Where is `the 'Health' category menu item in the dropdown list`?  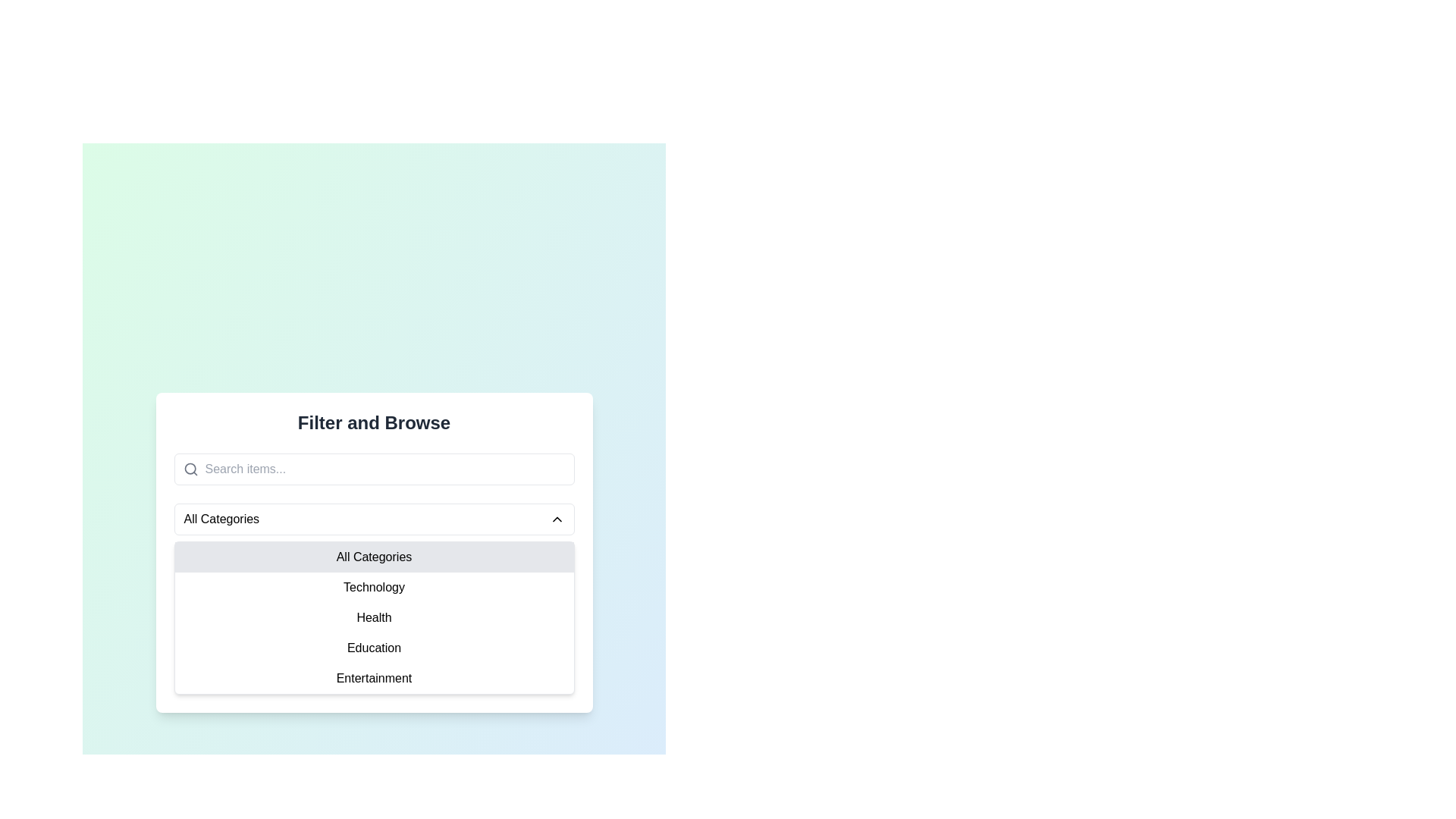 the 'Health' category menu item in the dropdown list is located at coordinates (374, 617).